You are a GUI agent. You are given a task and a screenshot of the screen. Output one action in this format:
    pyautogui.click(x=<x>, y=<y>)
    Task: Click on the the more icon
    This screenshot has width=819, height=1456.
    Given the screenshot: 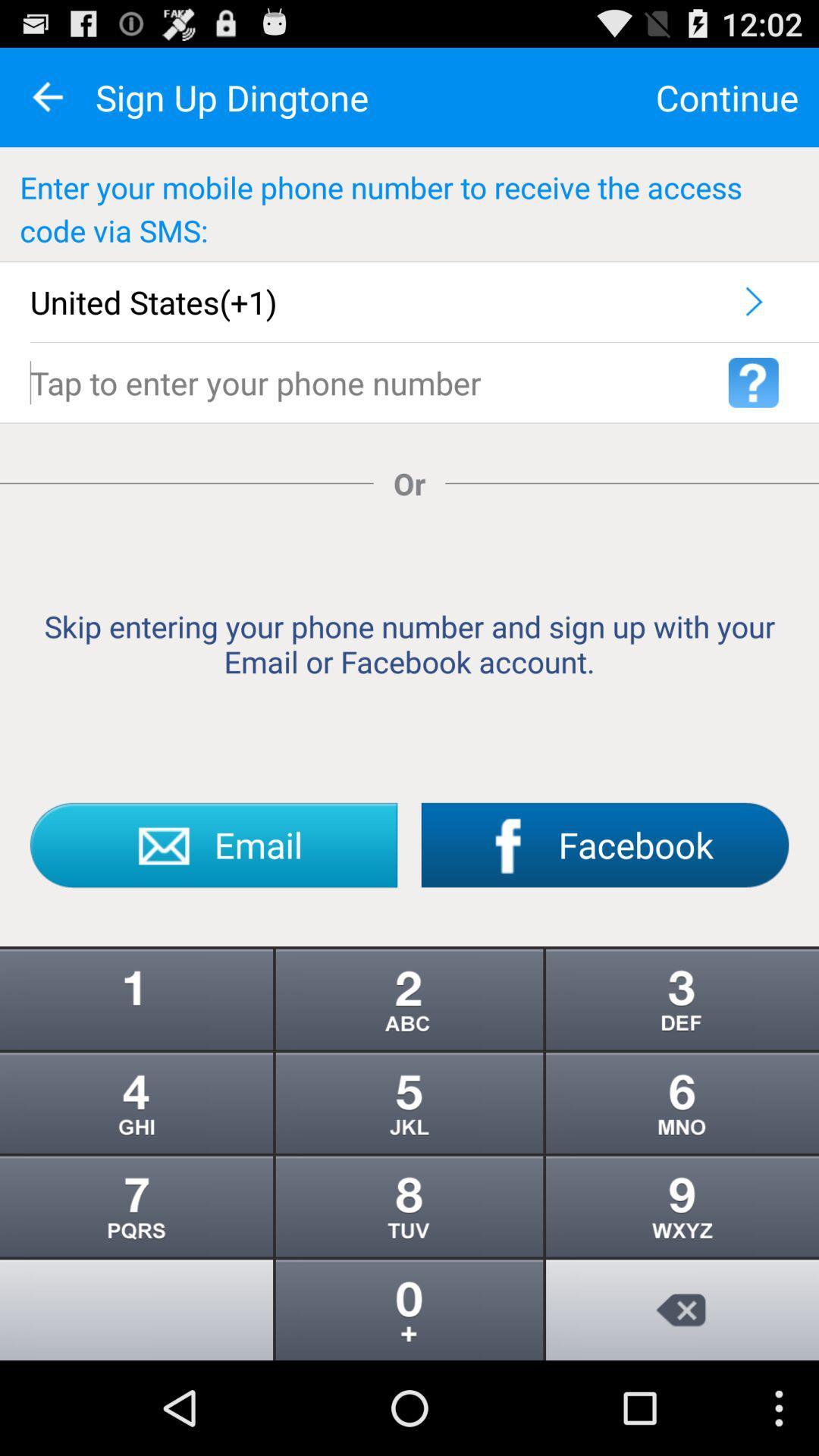 What is the action you would take?
    pyautogui.click(x=681, y=1179)
    